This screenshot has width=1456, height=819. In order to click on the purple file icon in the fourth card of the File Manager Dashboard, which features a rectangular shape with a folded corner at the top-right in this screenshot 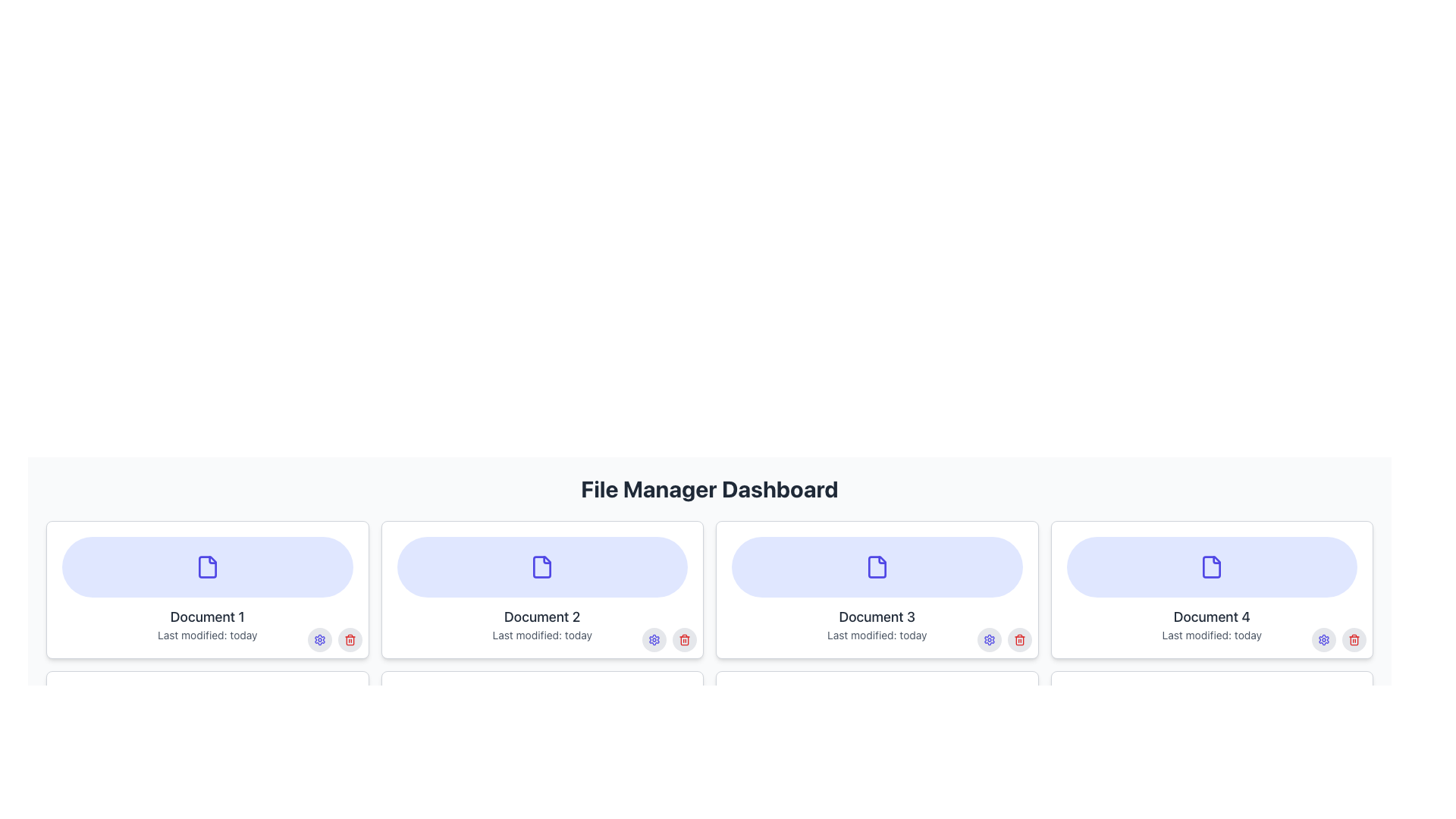, I will do `click(1211, 567)`.